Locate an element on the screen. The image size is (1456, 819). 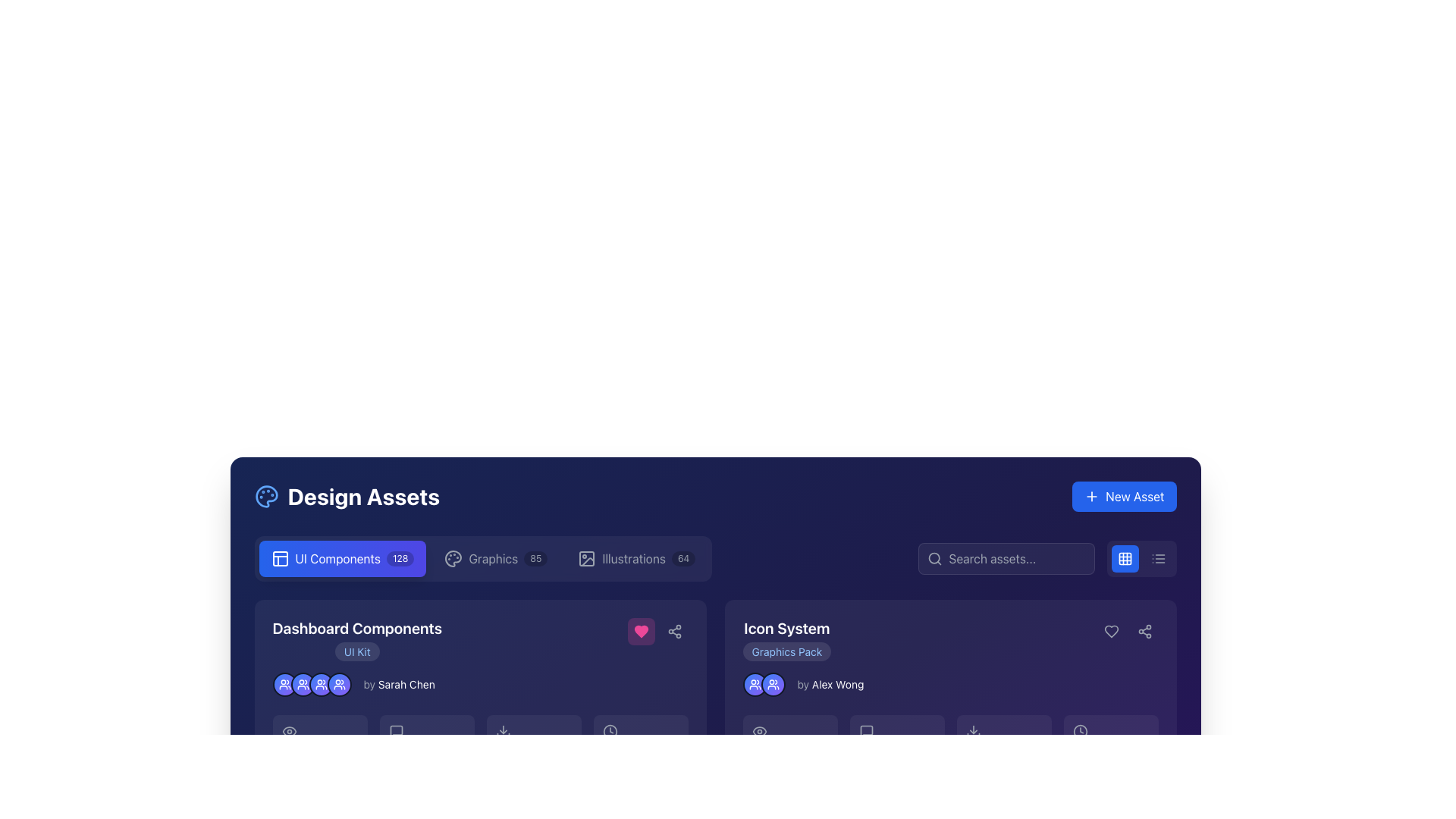
second Avatar icon in the horizontal group of user icons located in the lower portion of the 'Dashboard Components' card for additional information is located at coordinates (303, 684).